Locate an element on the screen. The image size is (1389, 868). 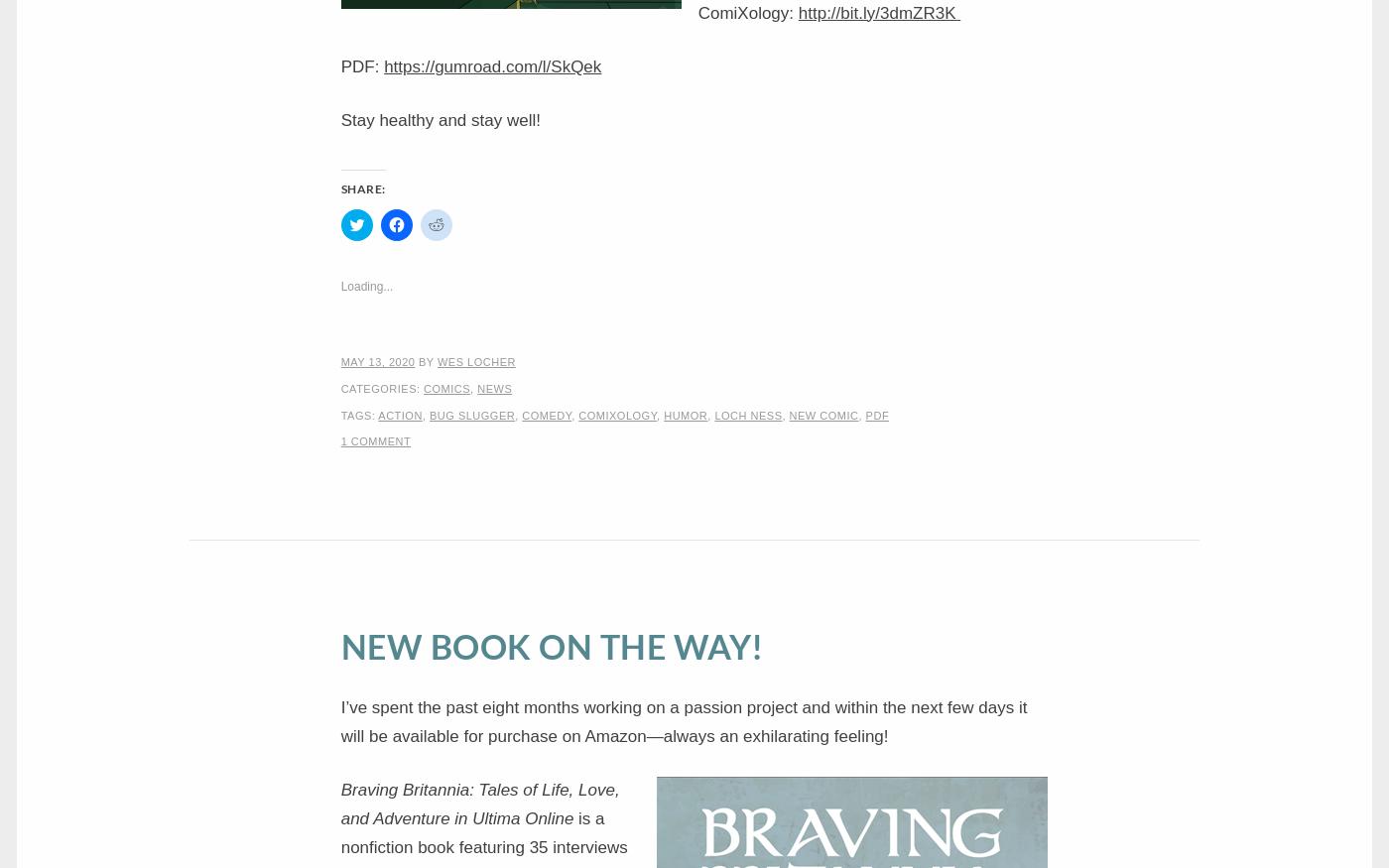
'comedy' is located at coordinates (547, 413).